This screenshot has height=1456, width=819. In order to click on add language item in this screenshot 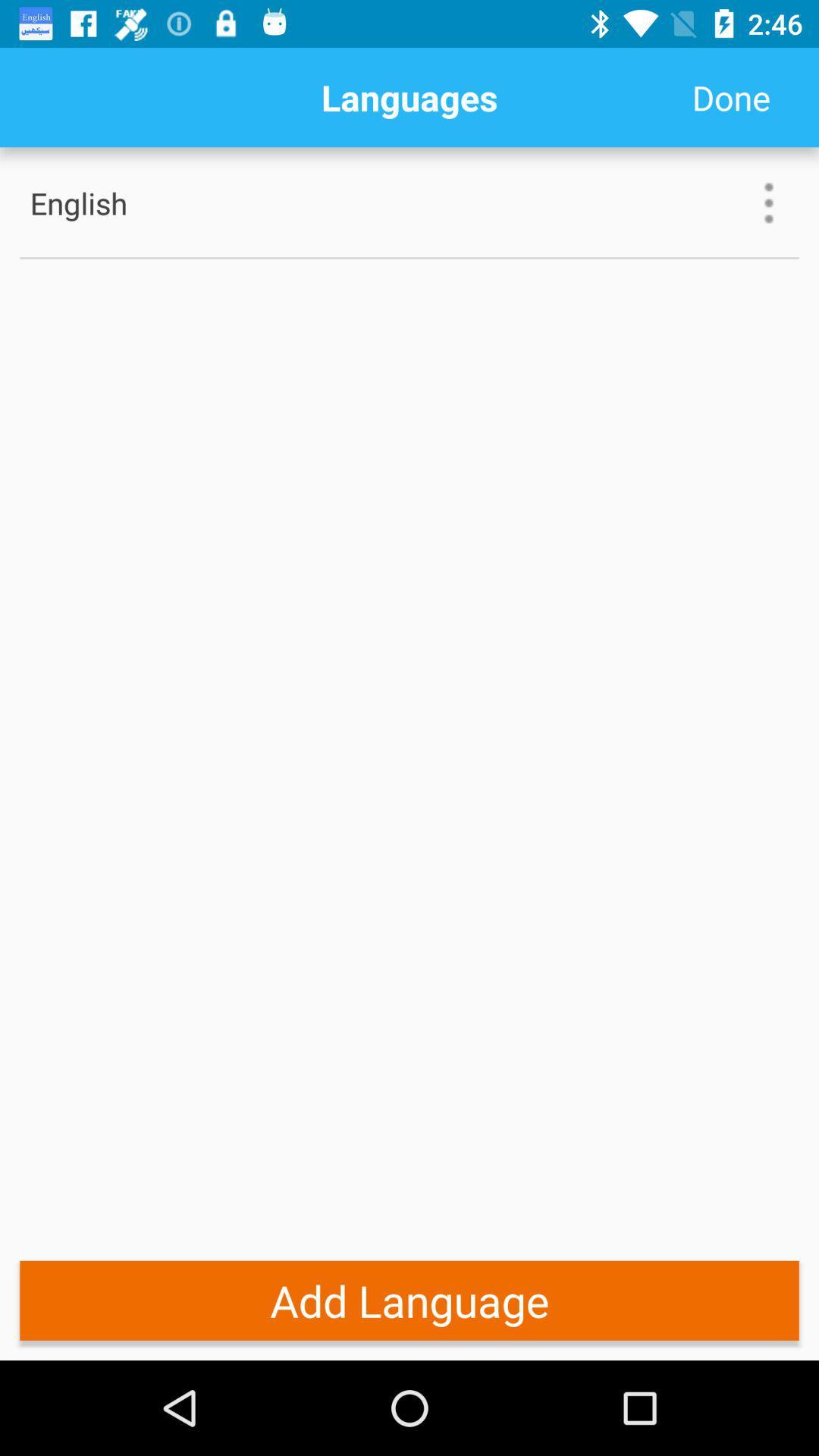, I will do `click(409, 1300)`.